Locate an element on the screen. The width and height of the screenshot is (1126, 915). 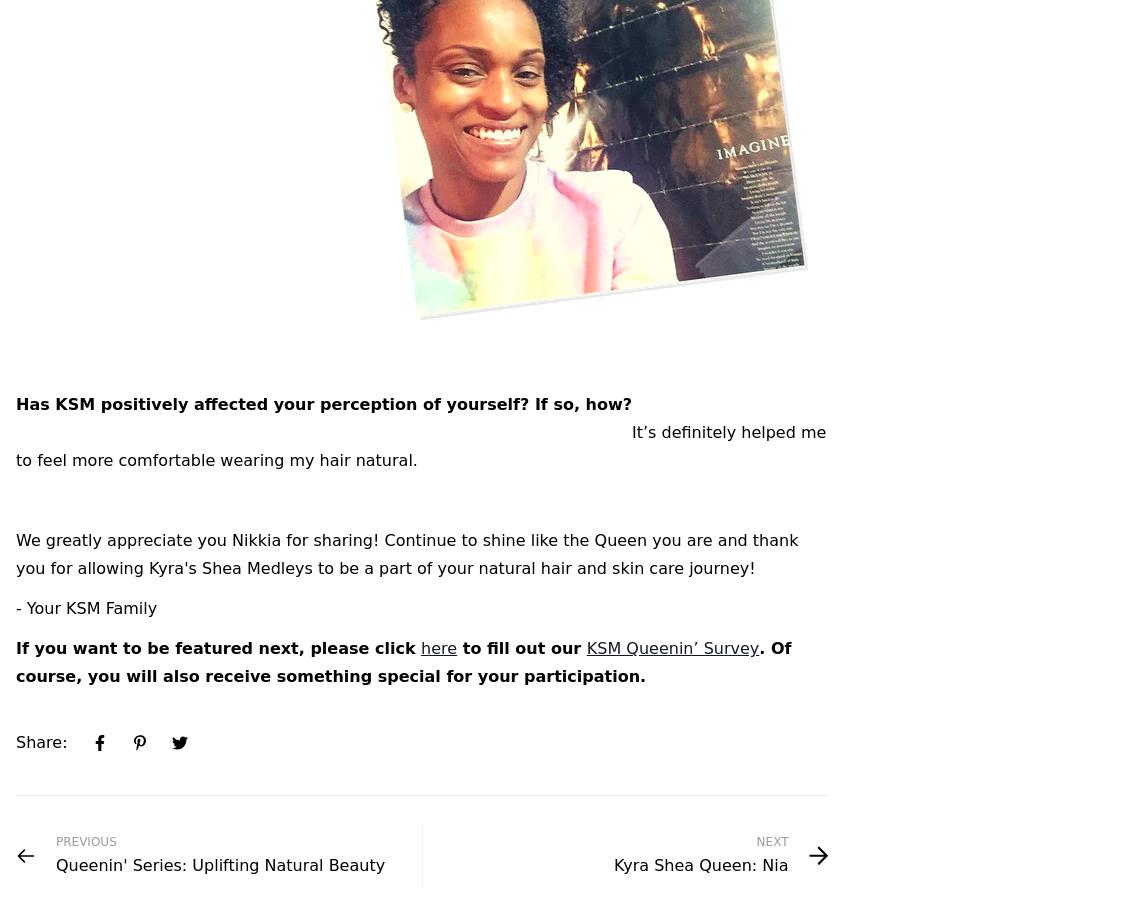
'Next' is located at coordinates (770, 841).